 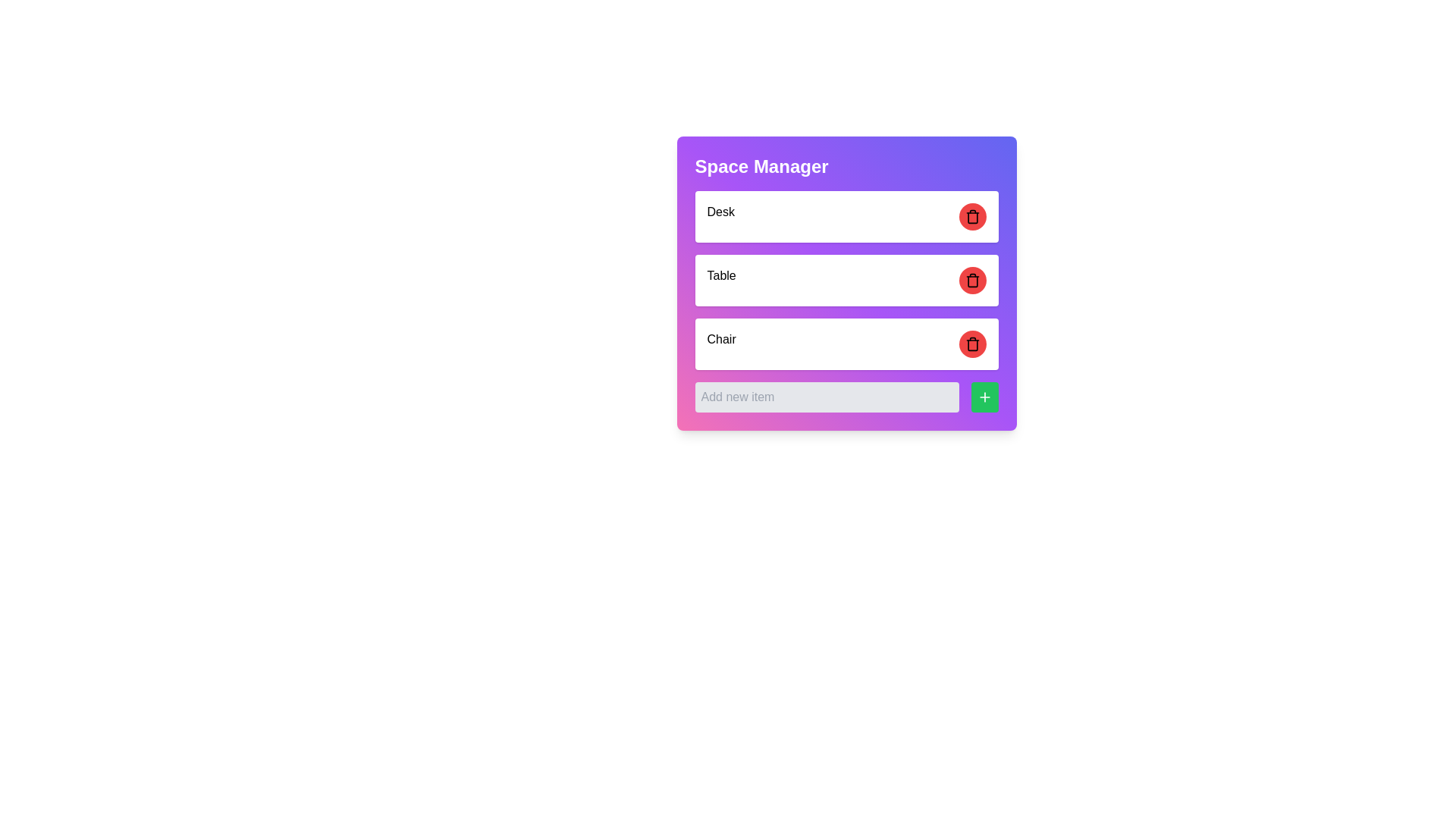 What do you see at coordinates (846, 344) in the screenshot?
I see `the List Item with Action that contains the text 'Chair' and a red circular trash icon, positioned as the third item in the list` at bounding box center [846, 344].